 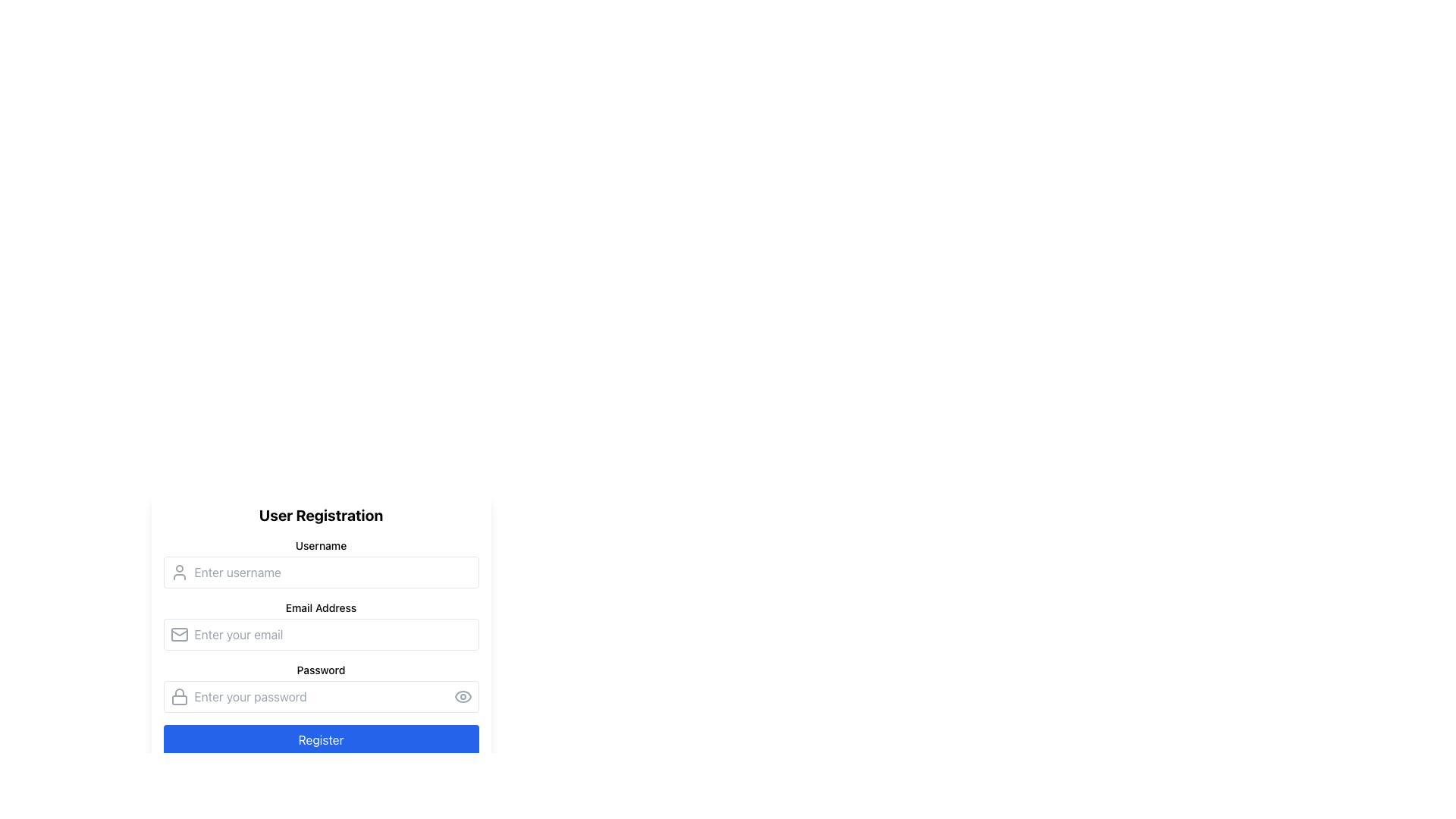 I want to click on the input fields of the 'User Registration' form to type in the username and email, so click(x=320, y=646).